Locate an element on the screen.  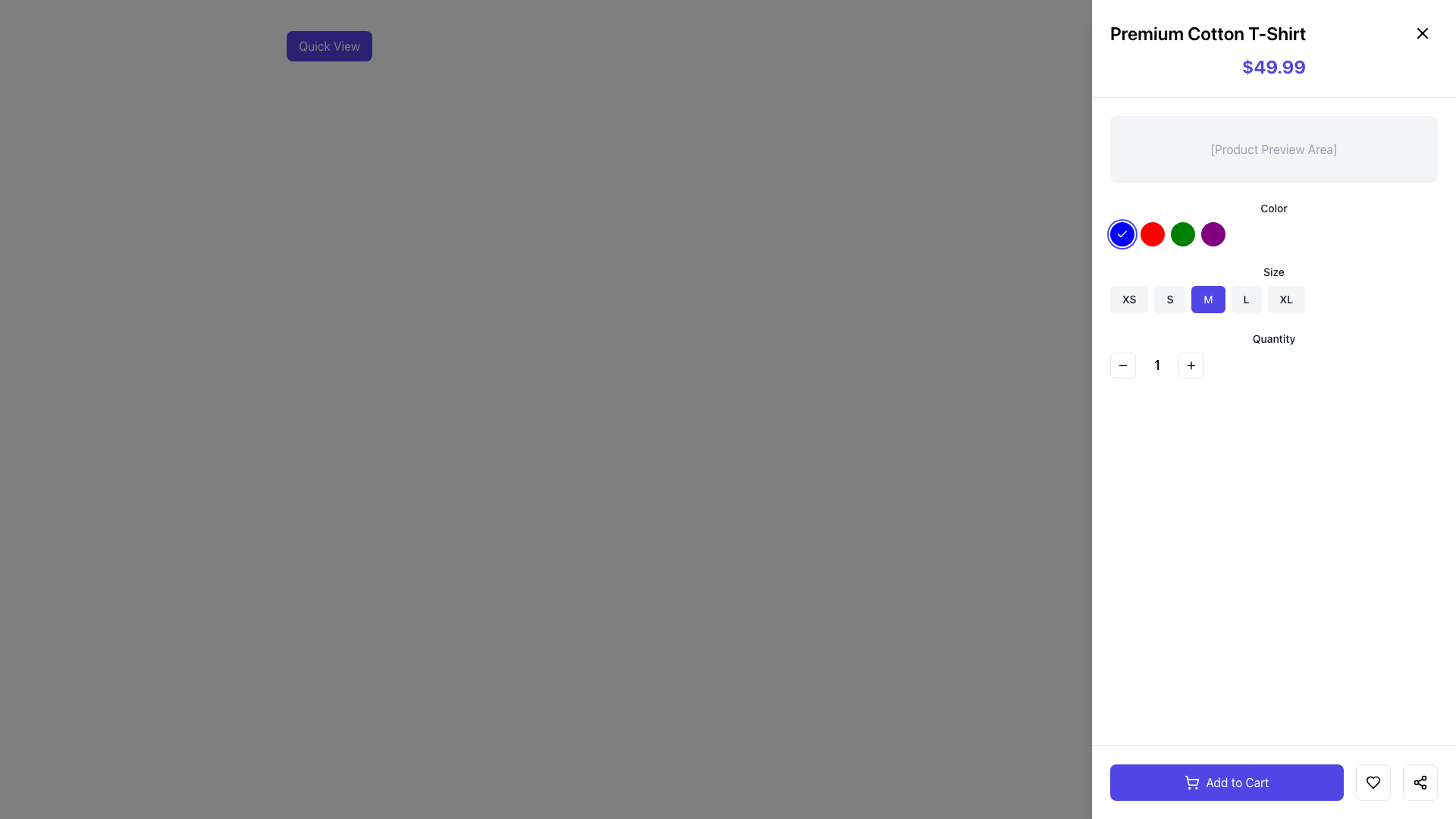
the dismiss button located in the top right corner of the product details panel for the 'Premium Cotton T-Shirt' is located at coordinates (1422, 33).